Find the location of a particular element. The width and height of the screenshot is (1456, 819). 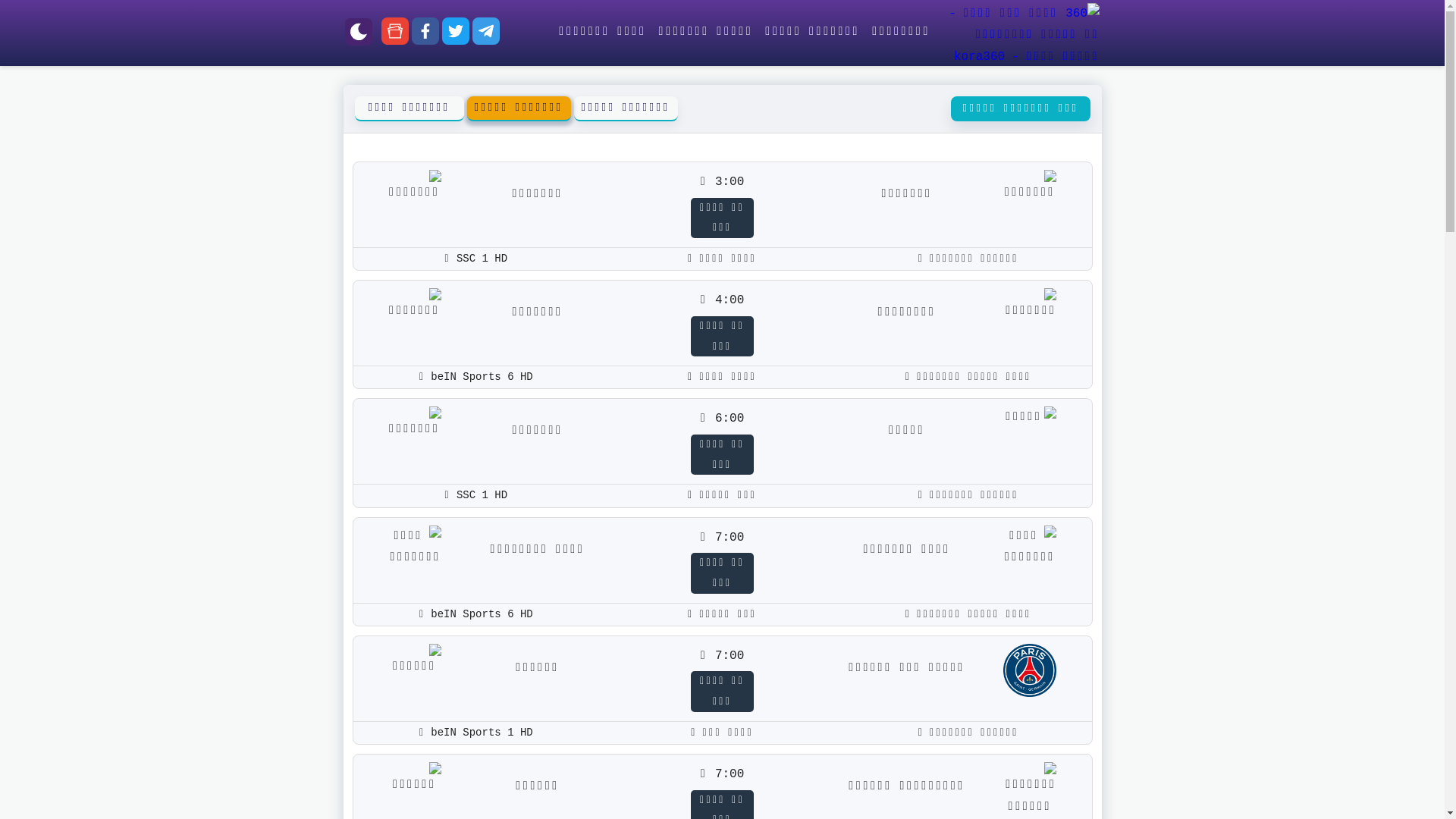

'google-news' is located at coordinates (395, 34).